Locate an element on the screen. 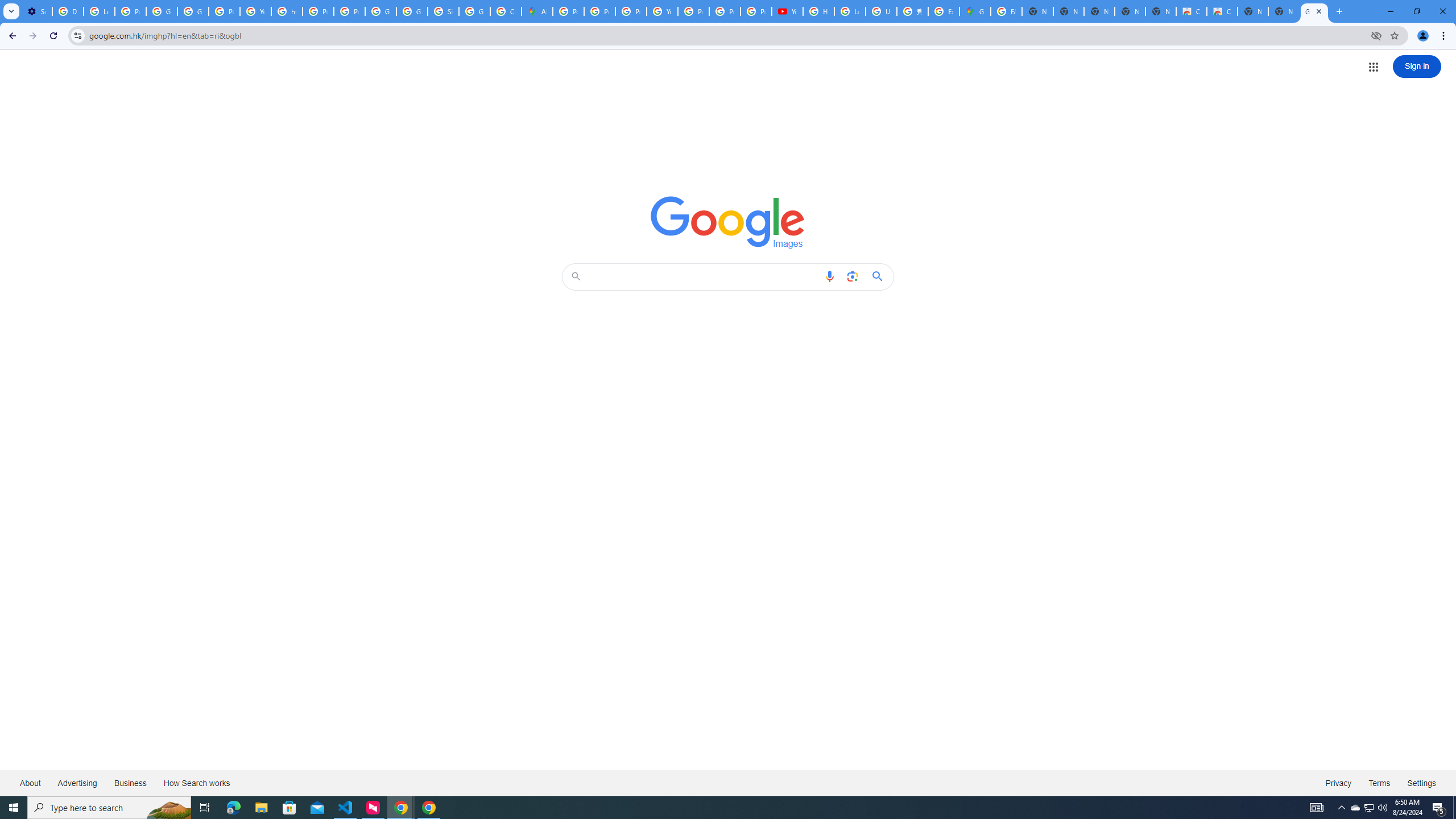  'Classic Blue - Chrome Web Store' is located at coordinates (1191, 11).